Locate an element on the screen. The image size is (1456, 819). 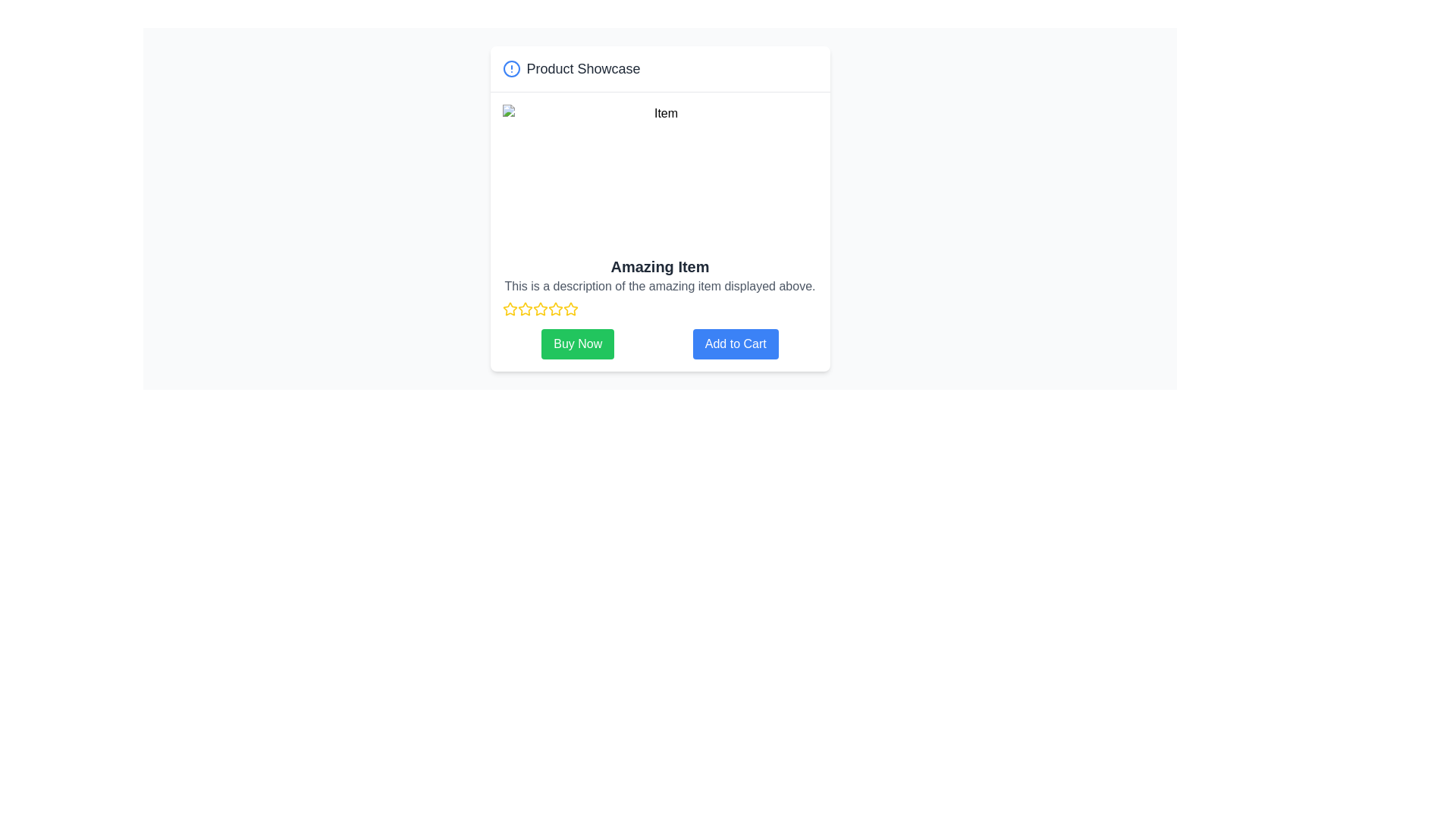
the fourth star icon in the rating unit located below the 'Amazing Item' description to allow users to provide feedback is located at coordinates (540, 309).